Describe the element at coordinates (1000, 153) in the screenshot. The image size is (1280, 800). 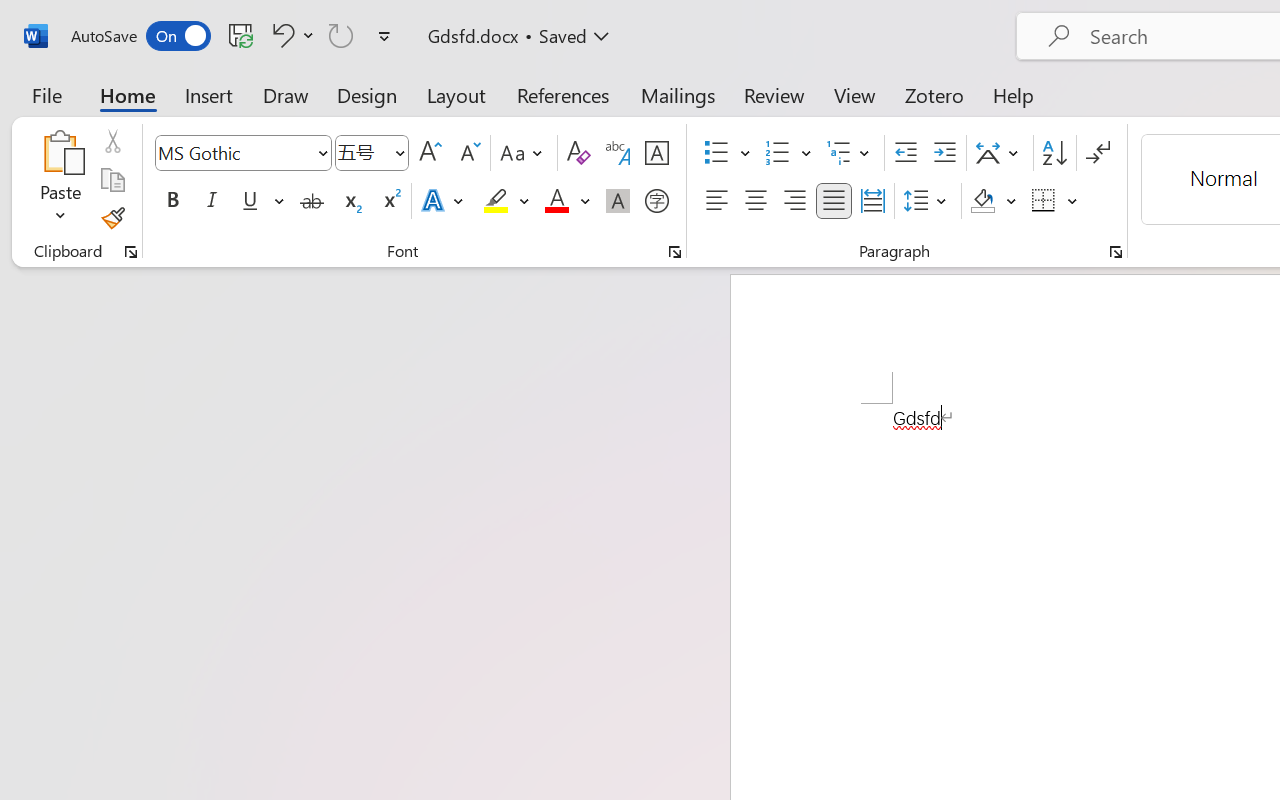
I see `'Asian Layout'` at that location.